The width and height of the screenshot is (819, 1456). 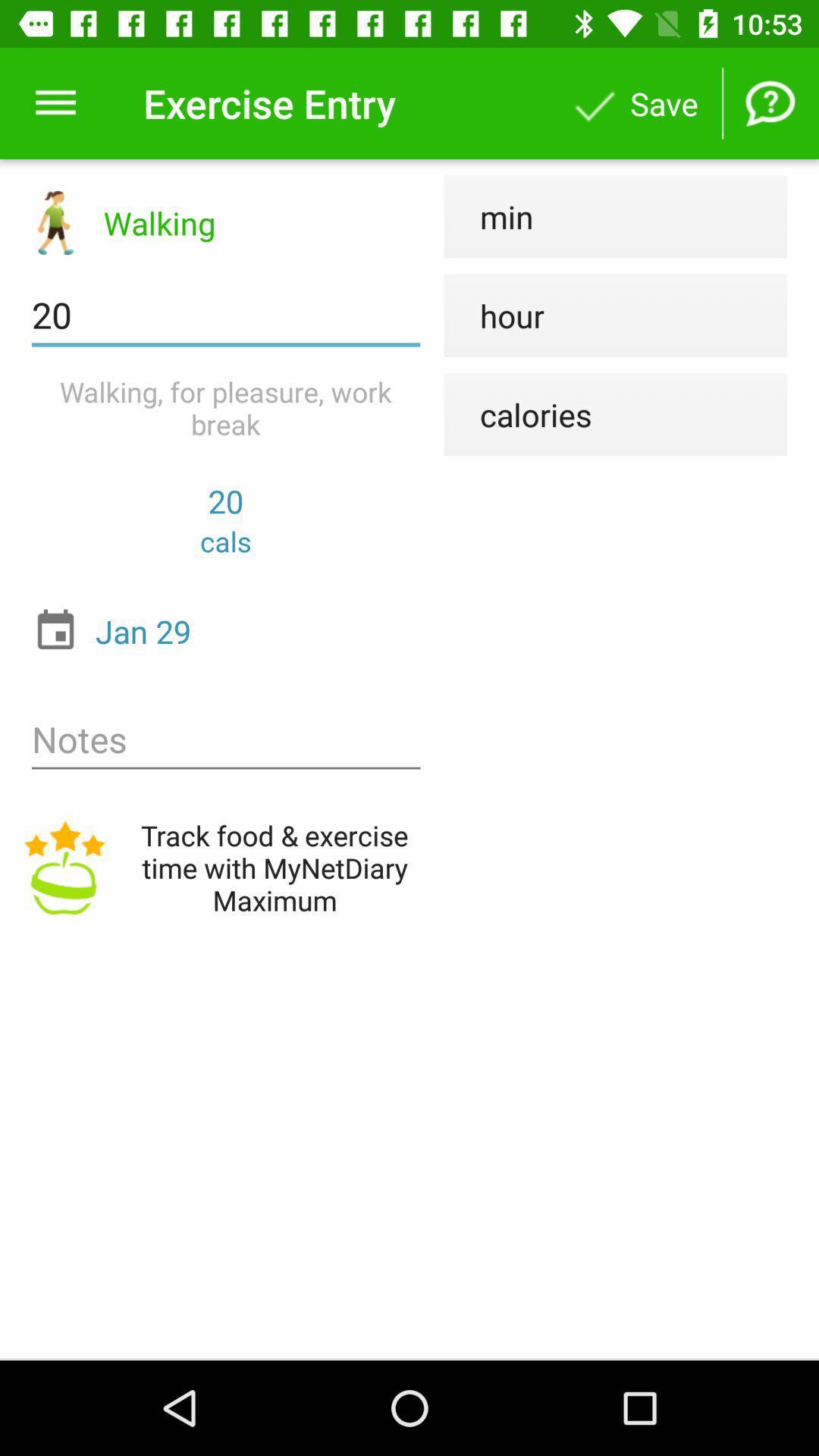 I want to click on icon to the right of the 20, so click(x=494, y=315).